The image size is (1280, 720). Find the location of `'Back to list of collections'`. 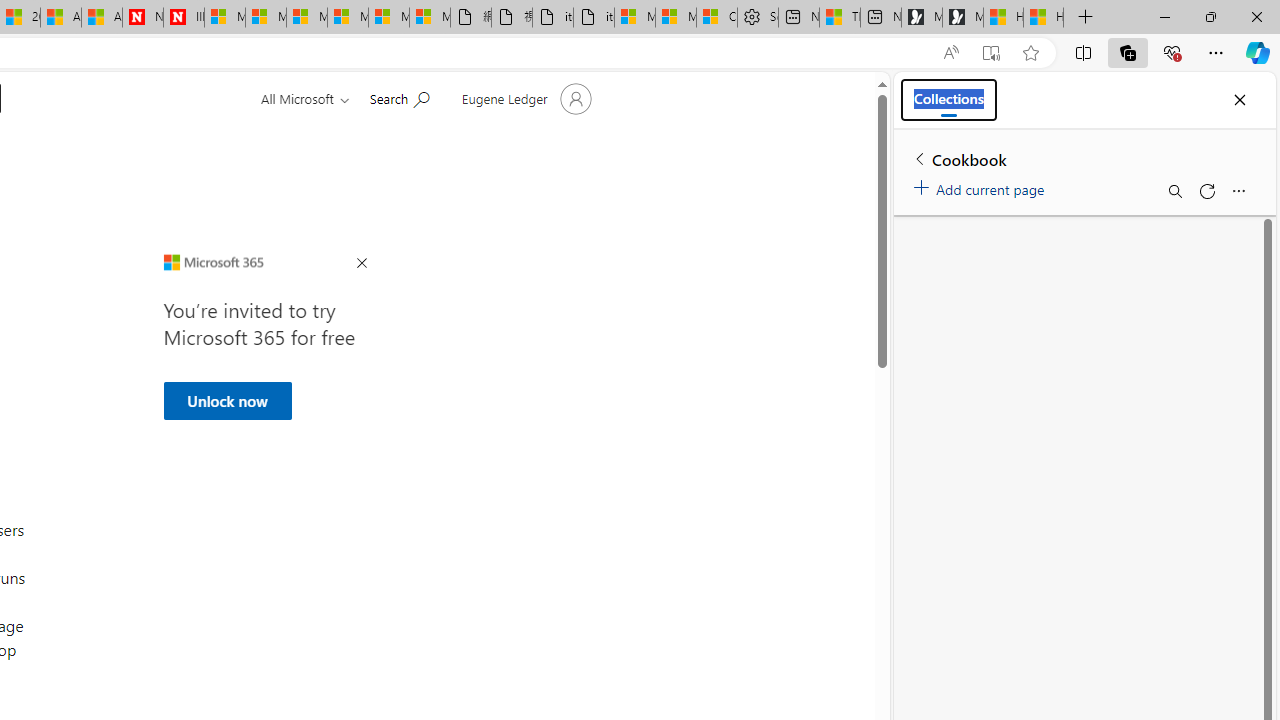

'Back to list of collections' is located at coordinates (919, 158).